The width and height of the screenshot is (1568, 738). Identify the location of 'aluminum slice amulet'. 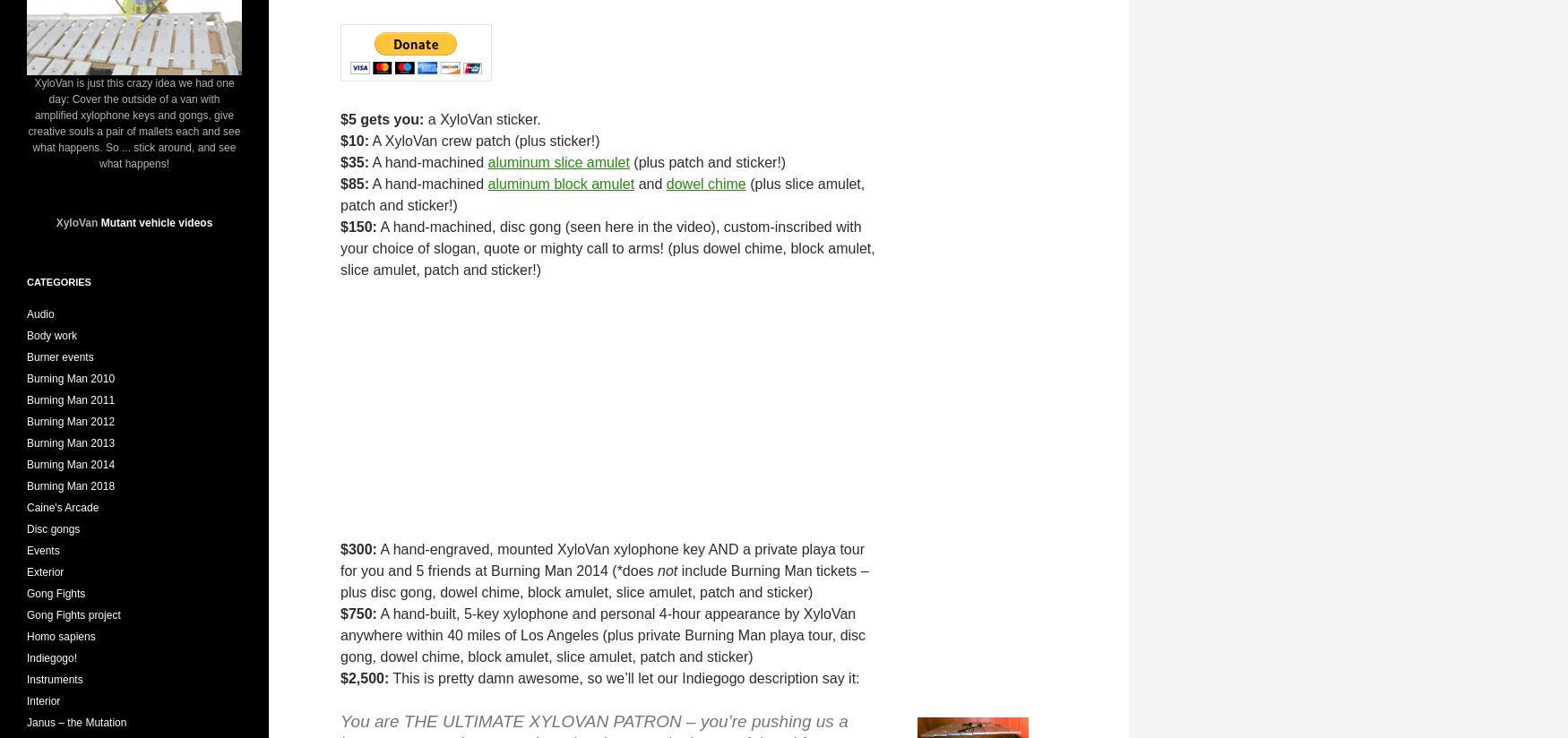
(487, 162).